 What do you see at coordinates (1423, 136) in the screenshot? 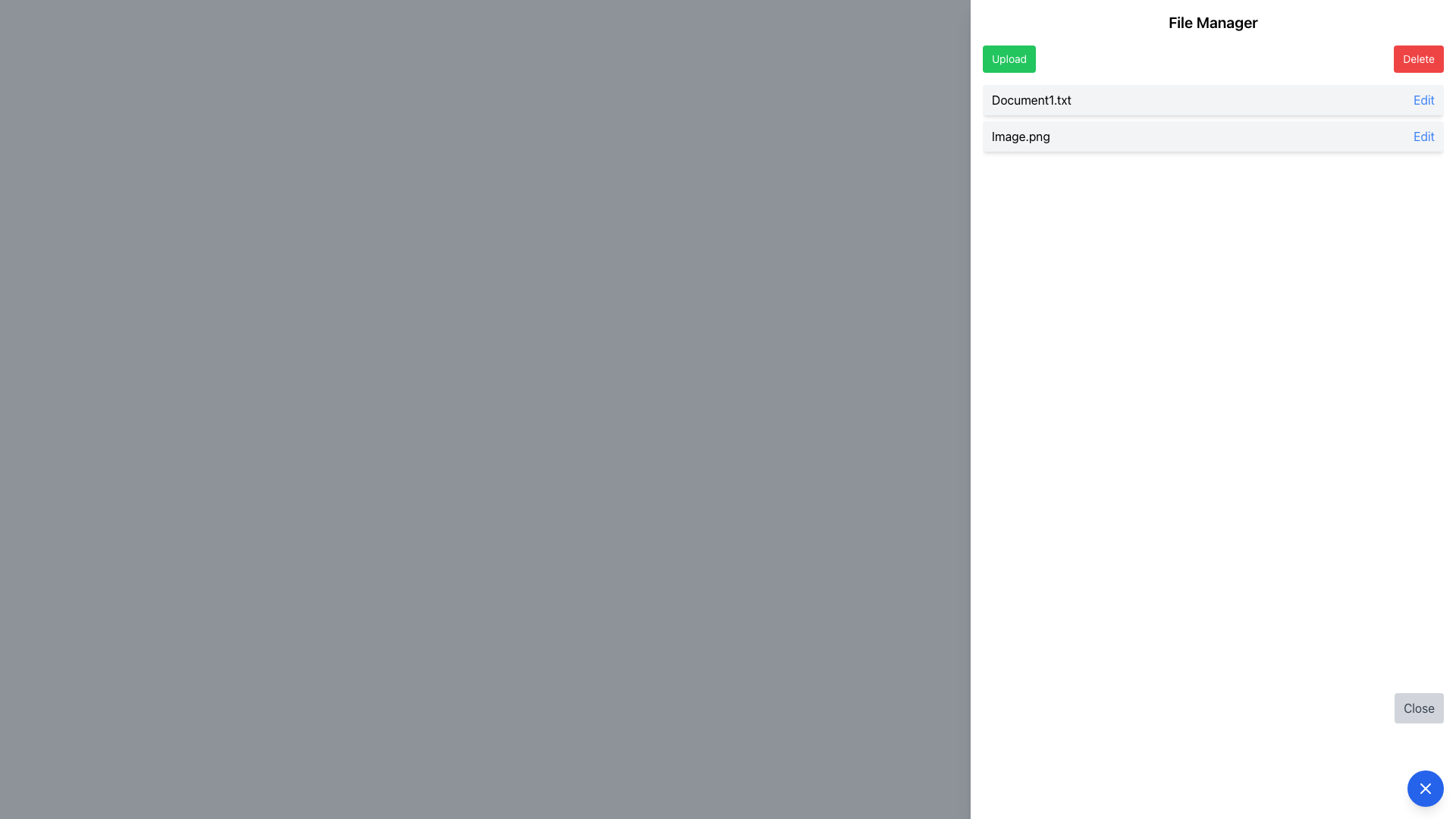
I see `the blue, underlined text link labeled 'Edit' located on the second row of a file list in a centered panel` at bounding box center [1423, 136].